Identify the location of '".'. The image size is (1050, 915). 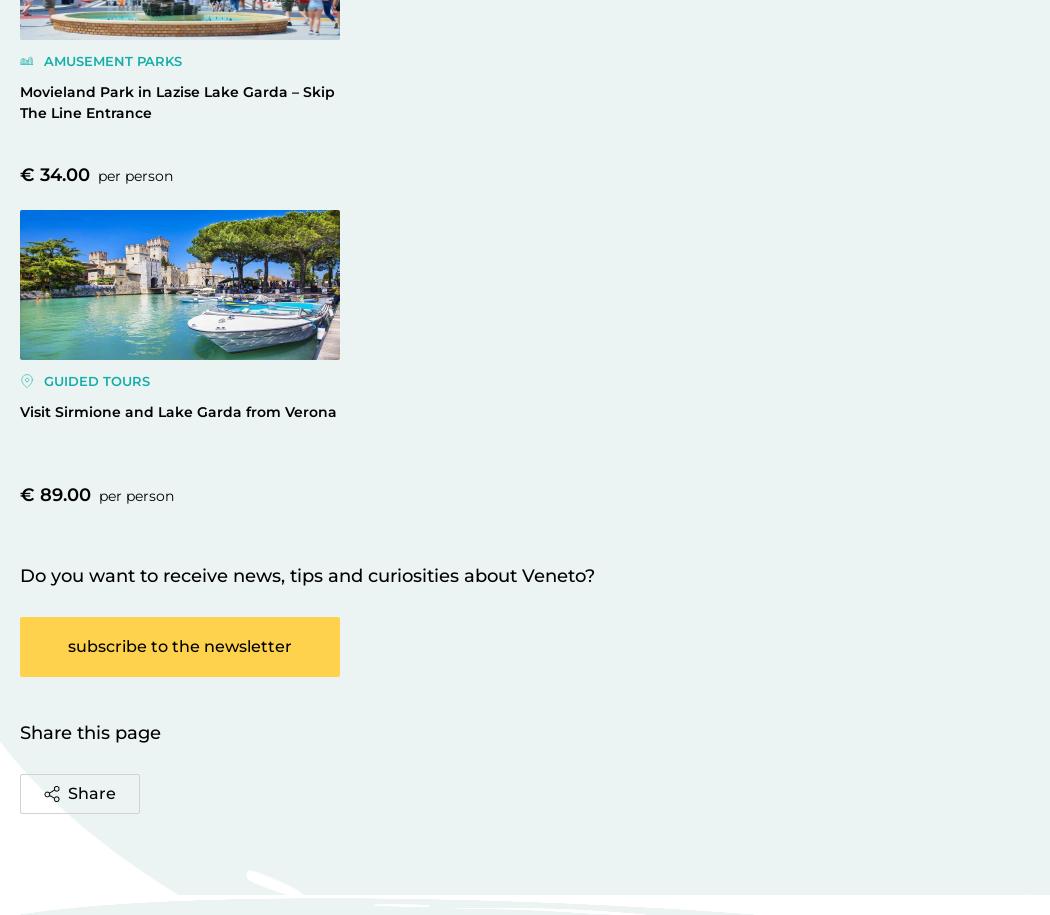
(779, 8).